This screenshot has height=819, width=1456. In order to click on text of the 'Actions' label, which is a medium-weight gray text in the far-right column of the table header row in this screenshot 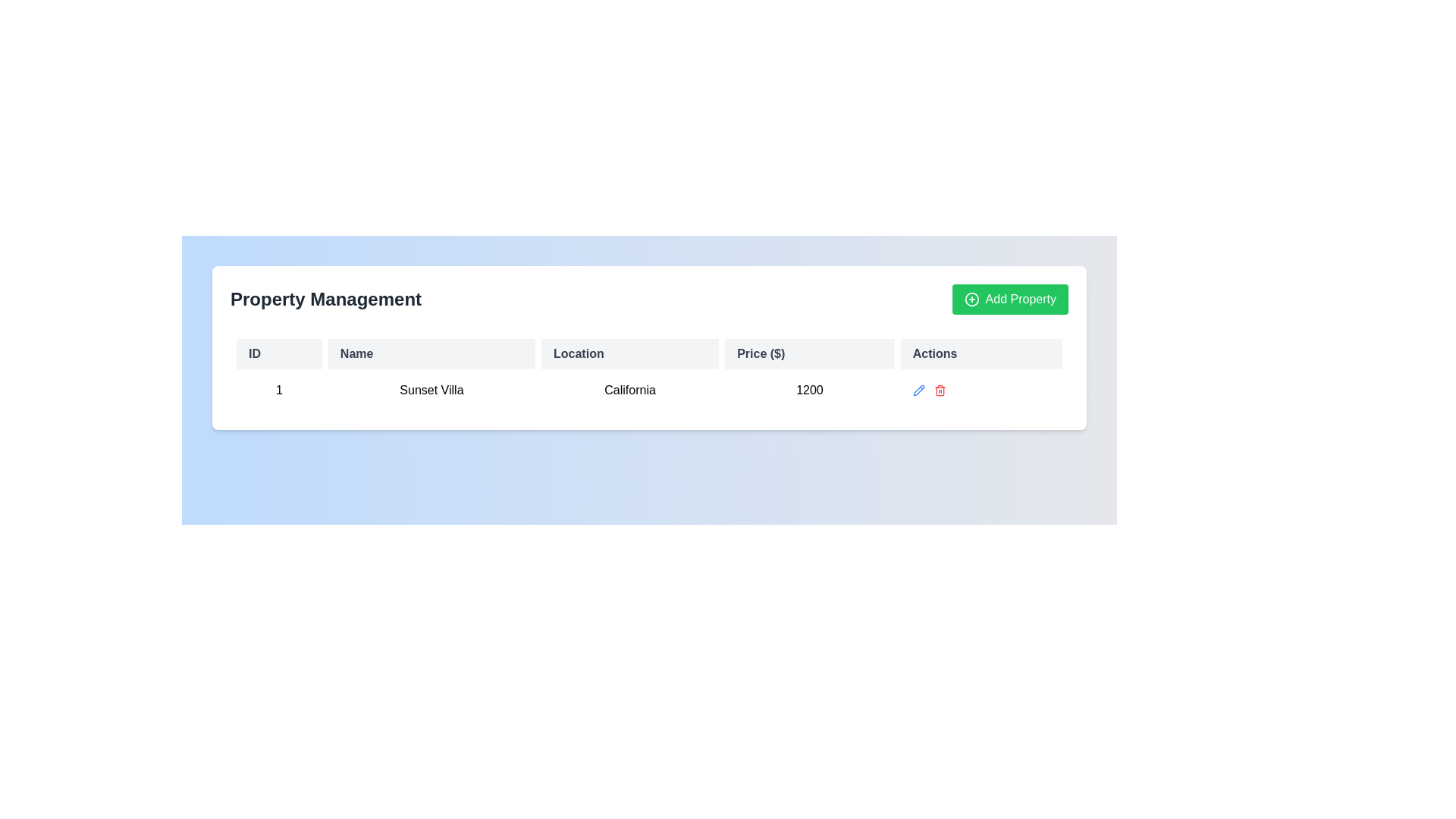, I will do `click(981, 353)`.